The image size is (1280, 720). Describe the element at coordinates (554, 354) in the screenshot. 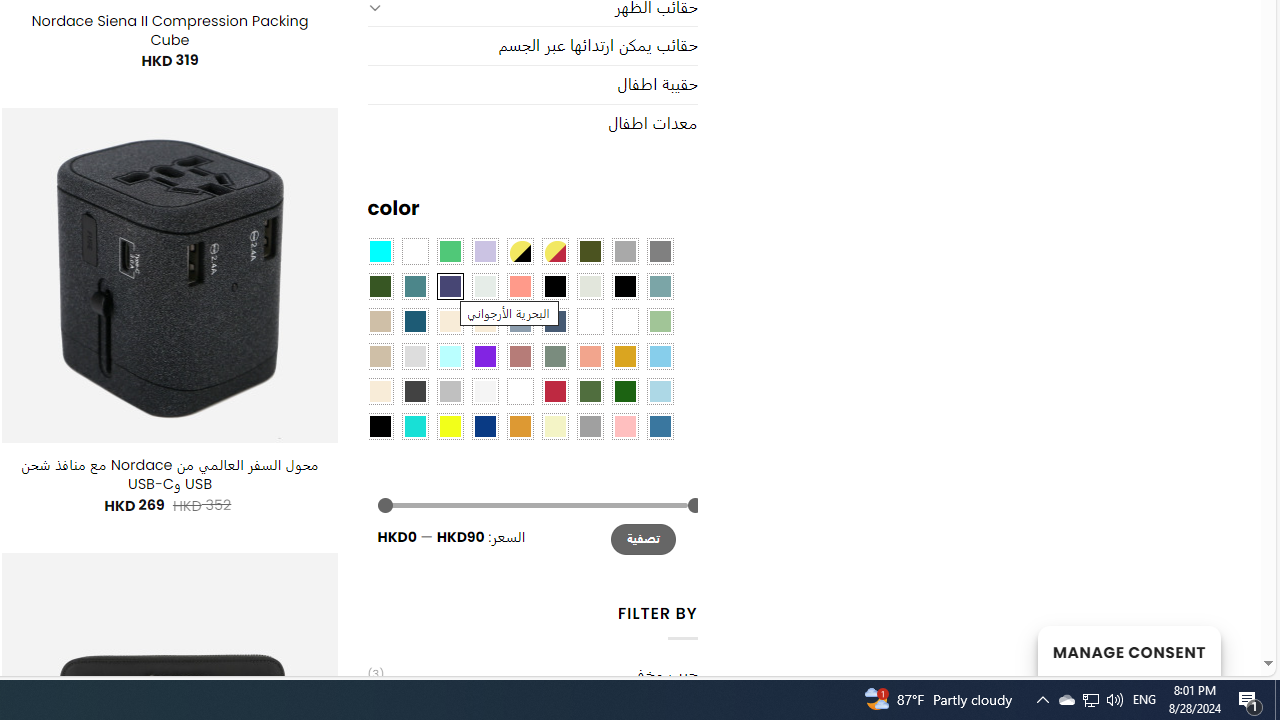

I see `'Sage'` at that location.